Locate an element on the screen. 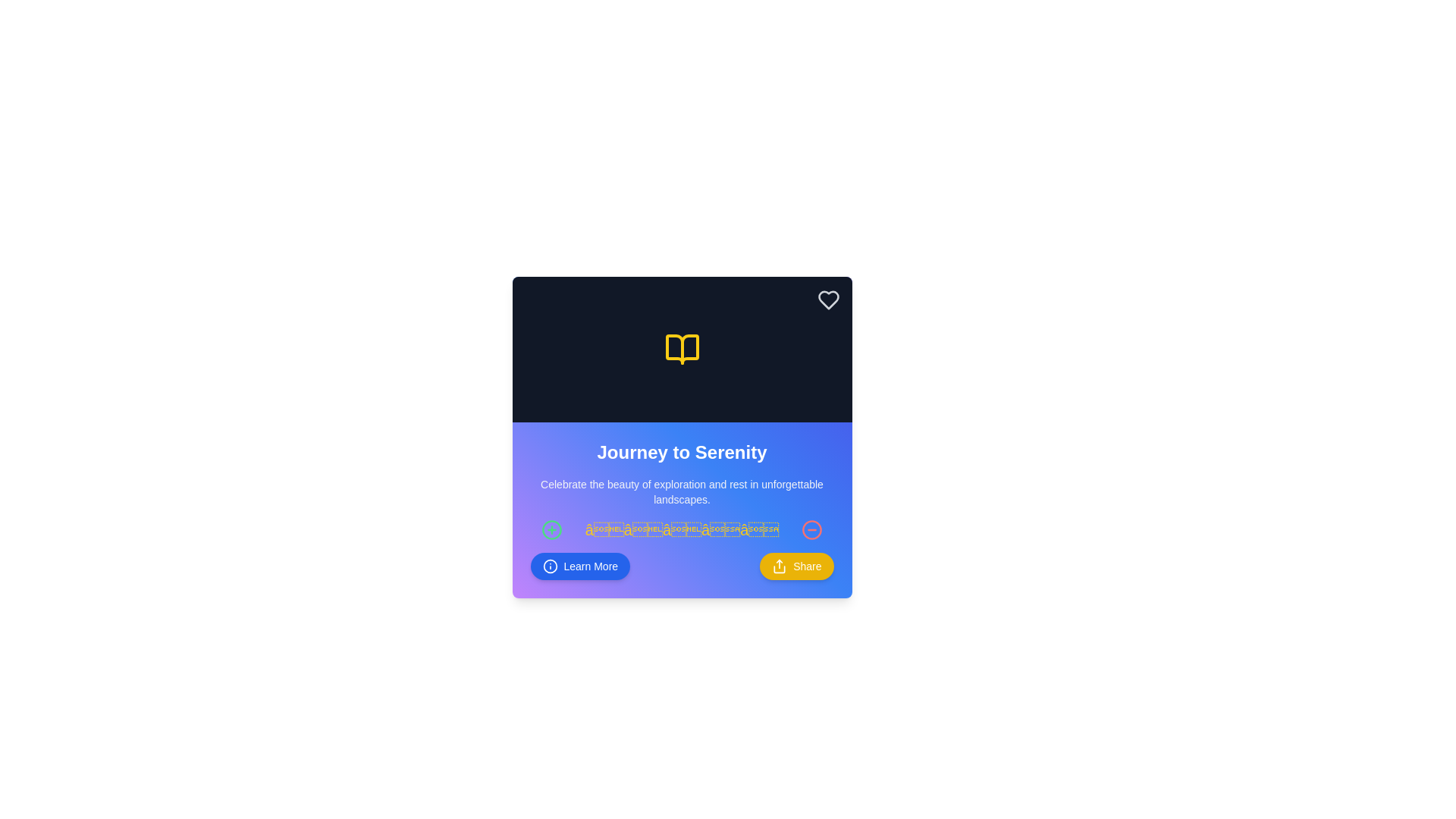 The width and height of the screenshot is (1456, 819). the blue button with rounded corners that has an 'i' icon and 'Learn More' text is located at coordinates (579, 566).